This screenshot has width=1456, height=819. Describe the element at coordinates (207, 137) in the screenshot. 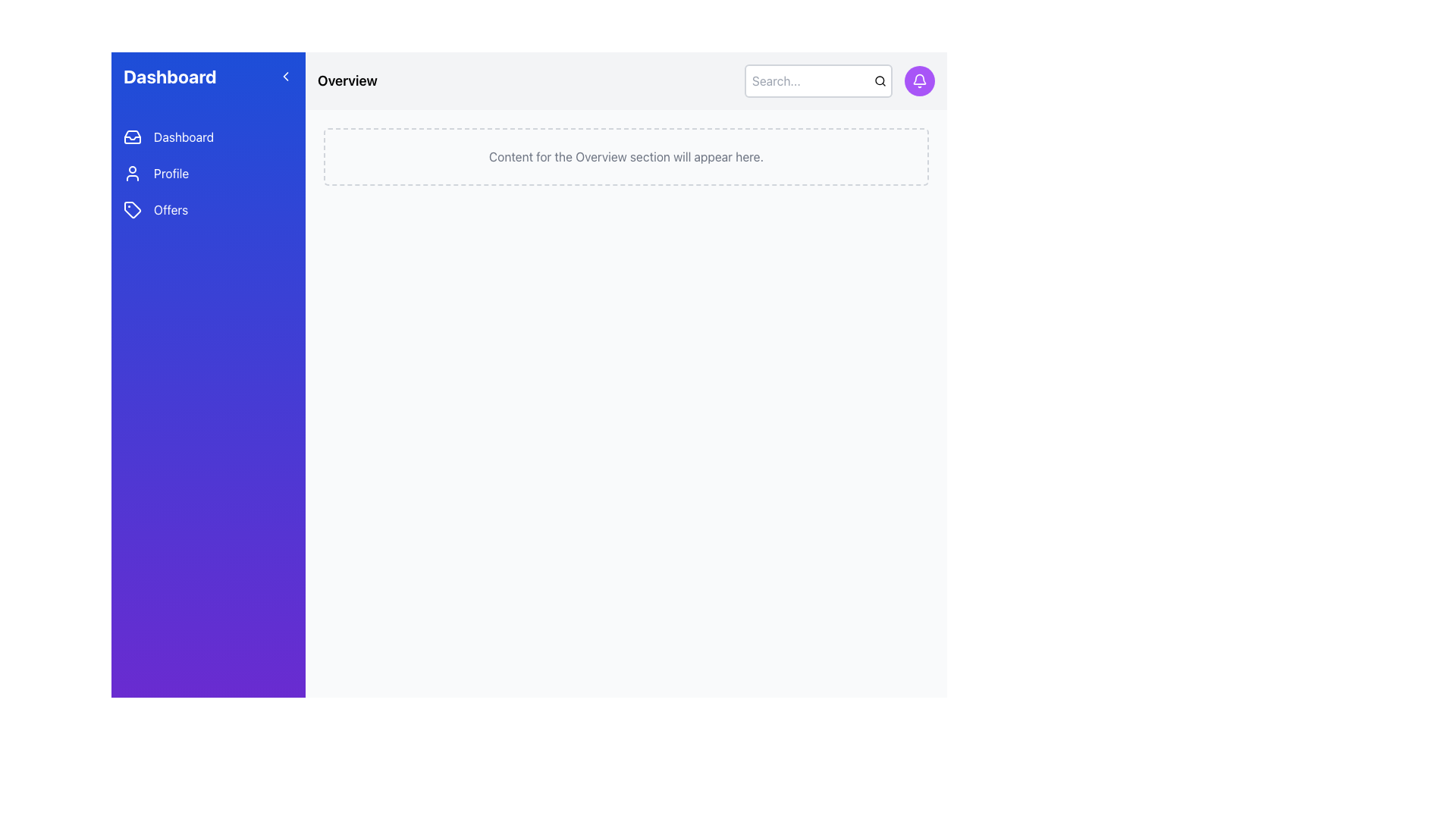

I see `the 'Dashboard' button located in the vertical menu of the left sidebar` at that location.